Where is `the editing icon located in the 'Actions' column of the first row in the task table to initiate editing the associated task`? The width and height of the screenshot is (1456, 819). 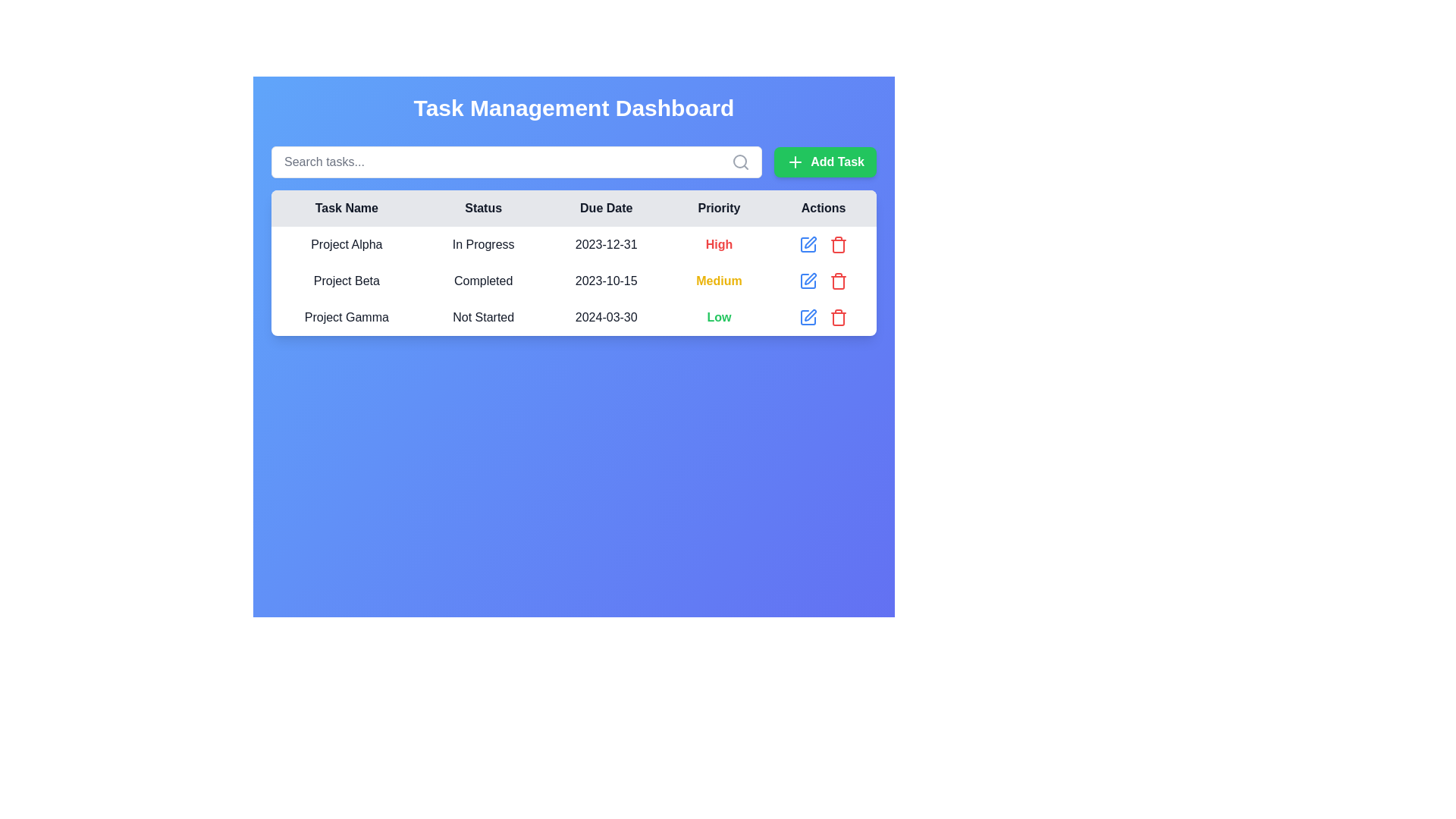
the editing icon located in the 'Actions' column of the first row in the task table to initiate editing the associated task is located at coordinates (807, 244).